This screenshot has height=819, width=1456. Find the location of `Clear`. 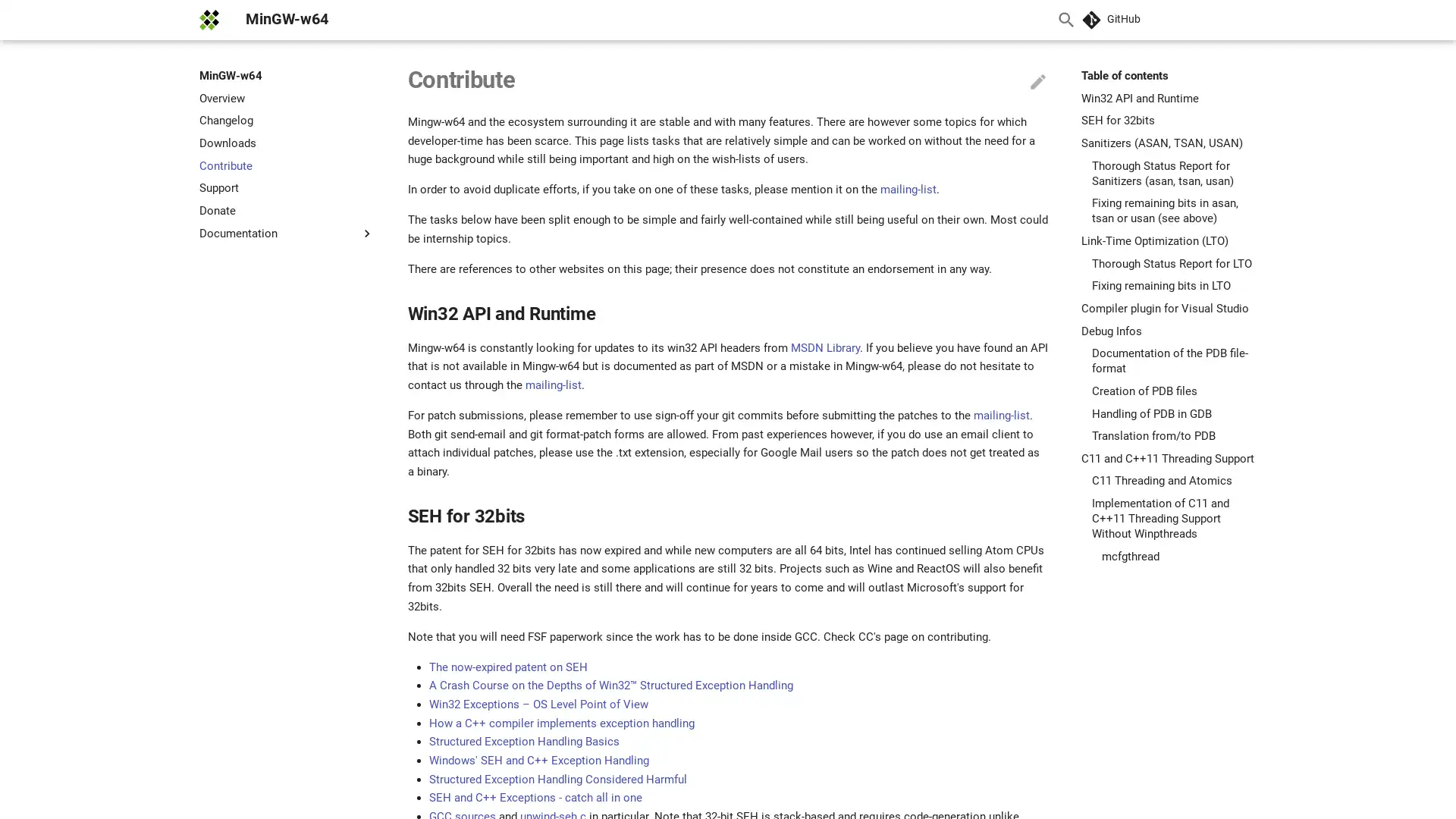

Clear is located at coordinates (1030, 20).